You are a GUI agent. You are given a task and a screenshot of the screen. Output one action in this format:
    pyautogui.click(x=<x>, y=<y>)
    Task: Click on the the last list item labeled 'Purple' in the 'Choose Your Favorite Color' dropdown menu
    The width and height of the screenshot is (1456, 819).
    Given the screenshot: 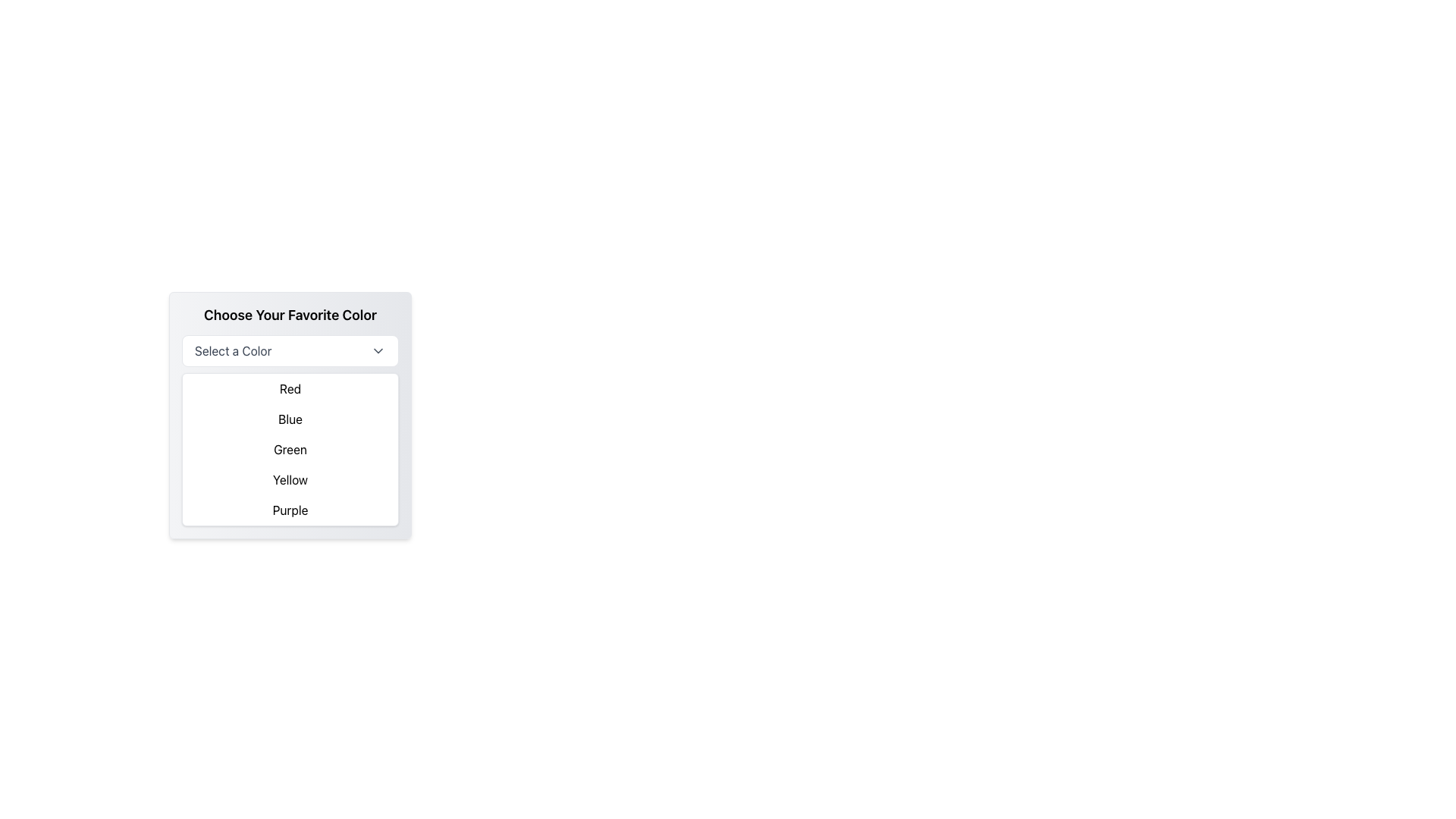 What is the action you would take?
    pyautogui.click(x=290, y=510)
    